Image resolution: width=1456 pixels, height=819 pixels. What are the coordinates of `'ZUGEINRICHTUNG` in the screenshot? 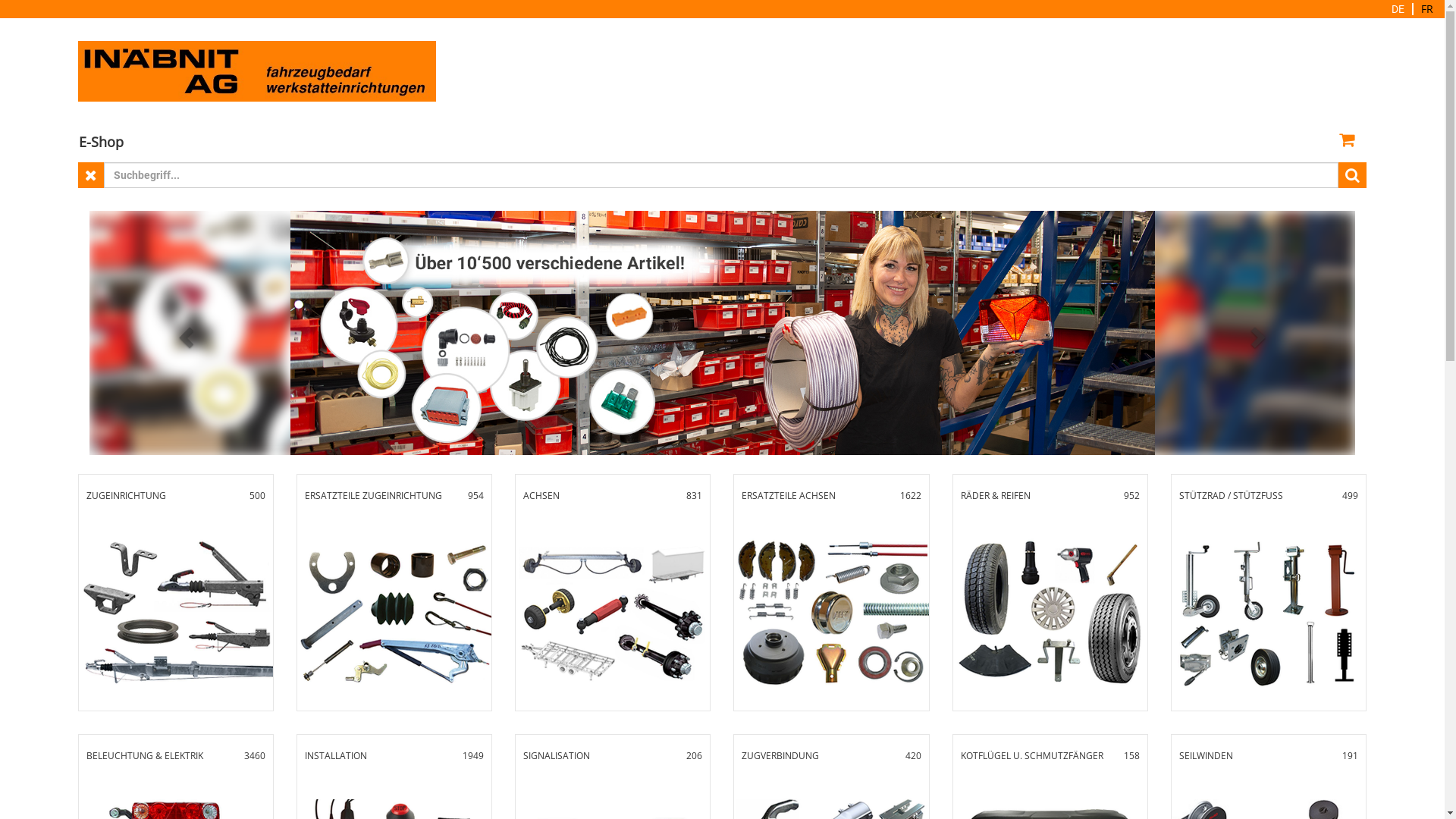 It's located at (78, 591).